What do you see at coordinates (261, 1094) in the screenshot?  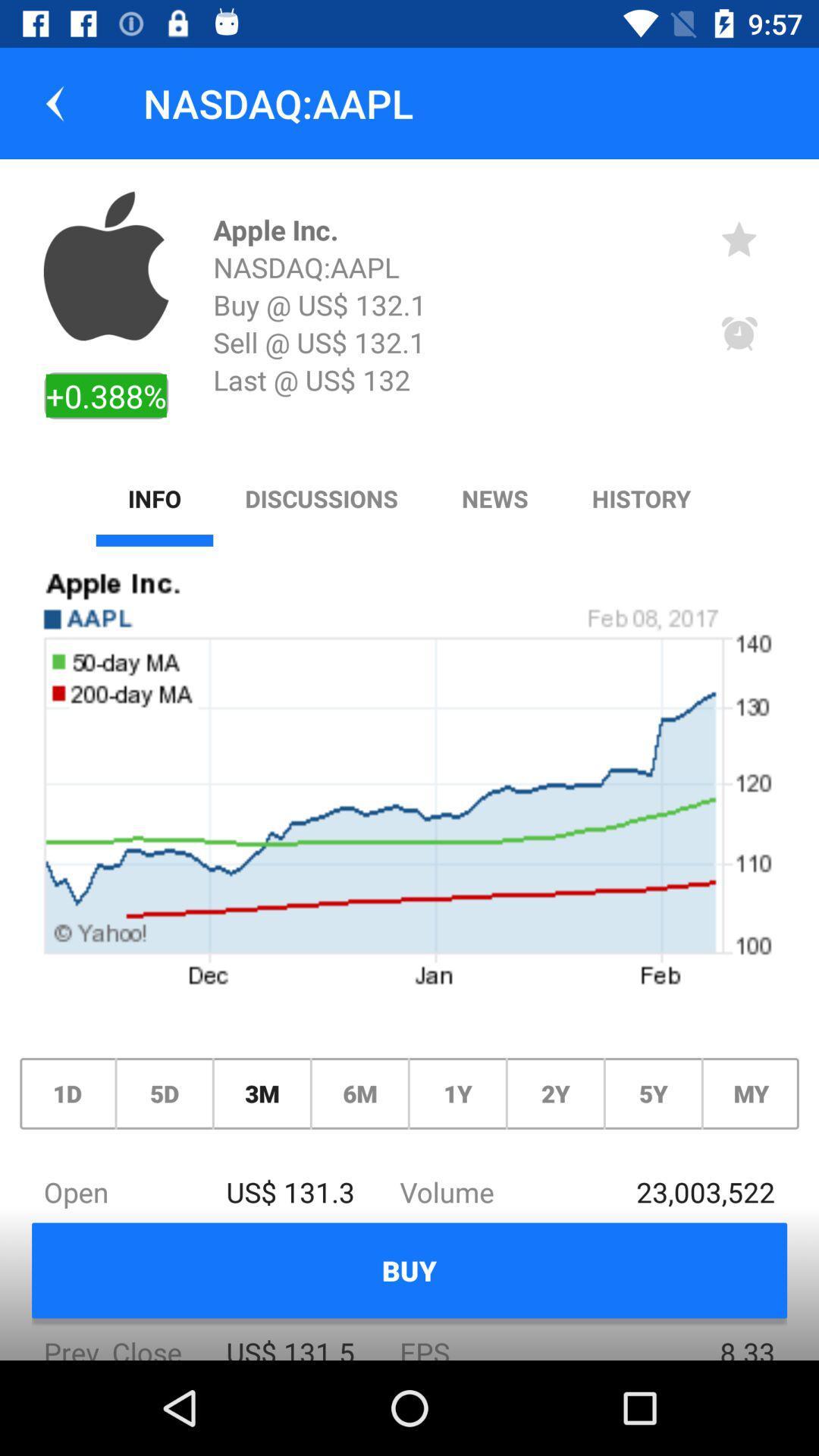 I see `item above open icon` at bounding box center [261, 1094].